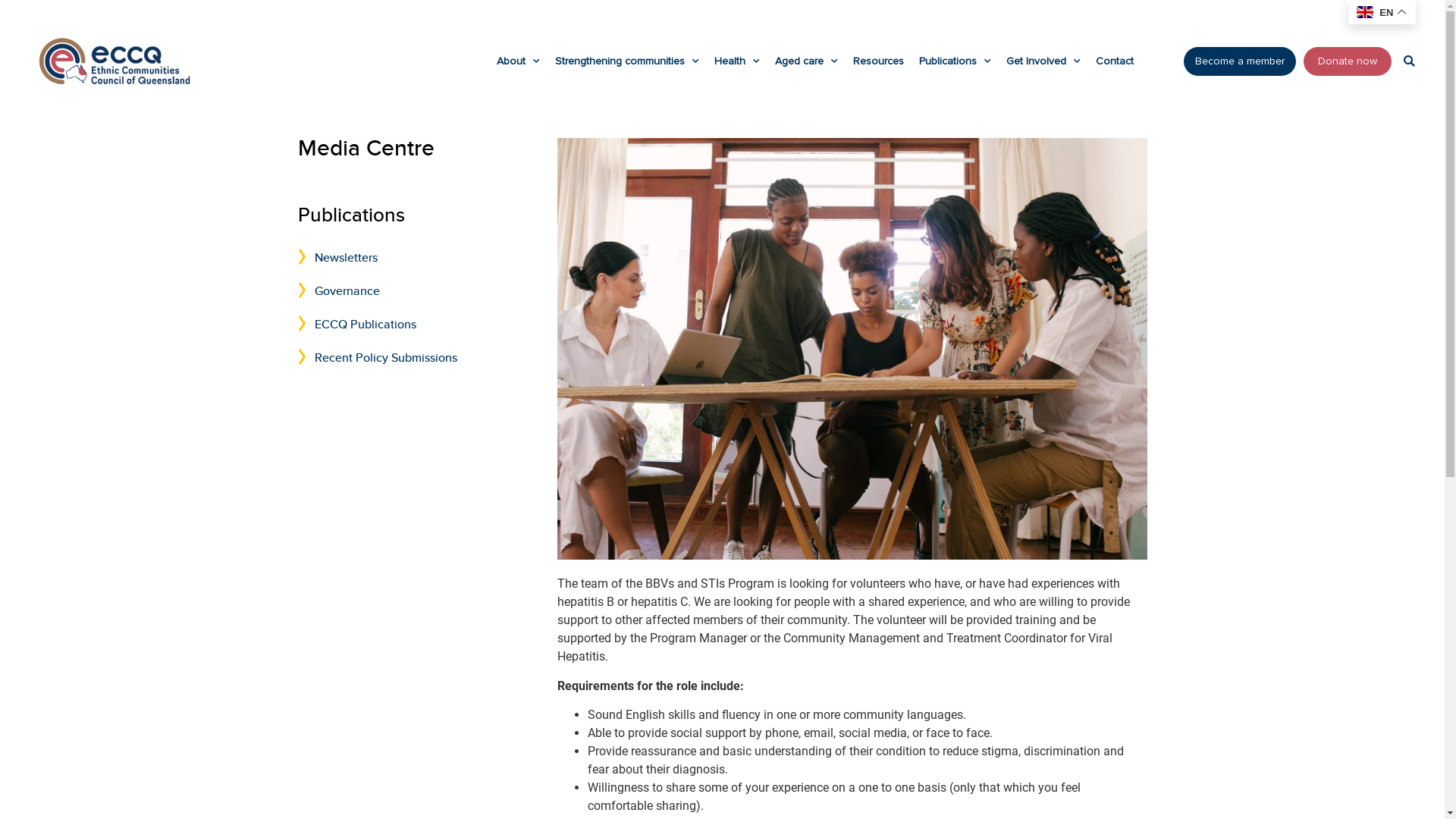 This screenshot has height=819, width=1456. What do you see at coordinates (419, 357) in the screenshot?
I see `'Recent Policy Submissions'` at bounding box center [419, 357].